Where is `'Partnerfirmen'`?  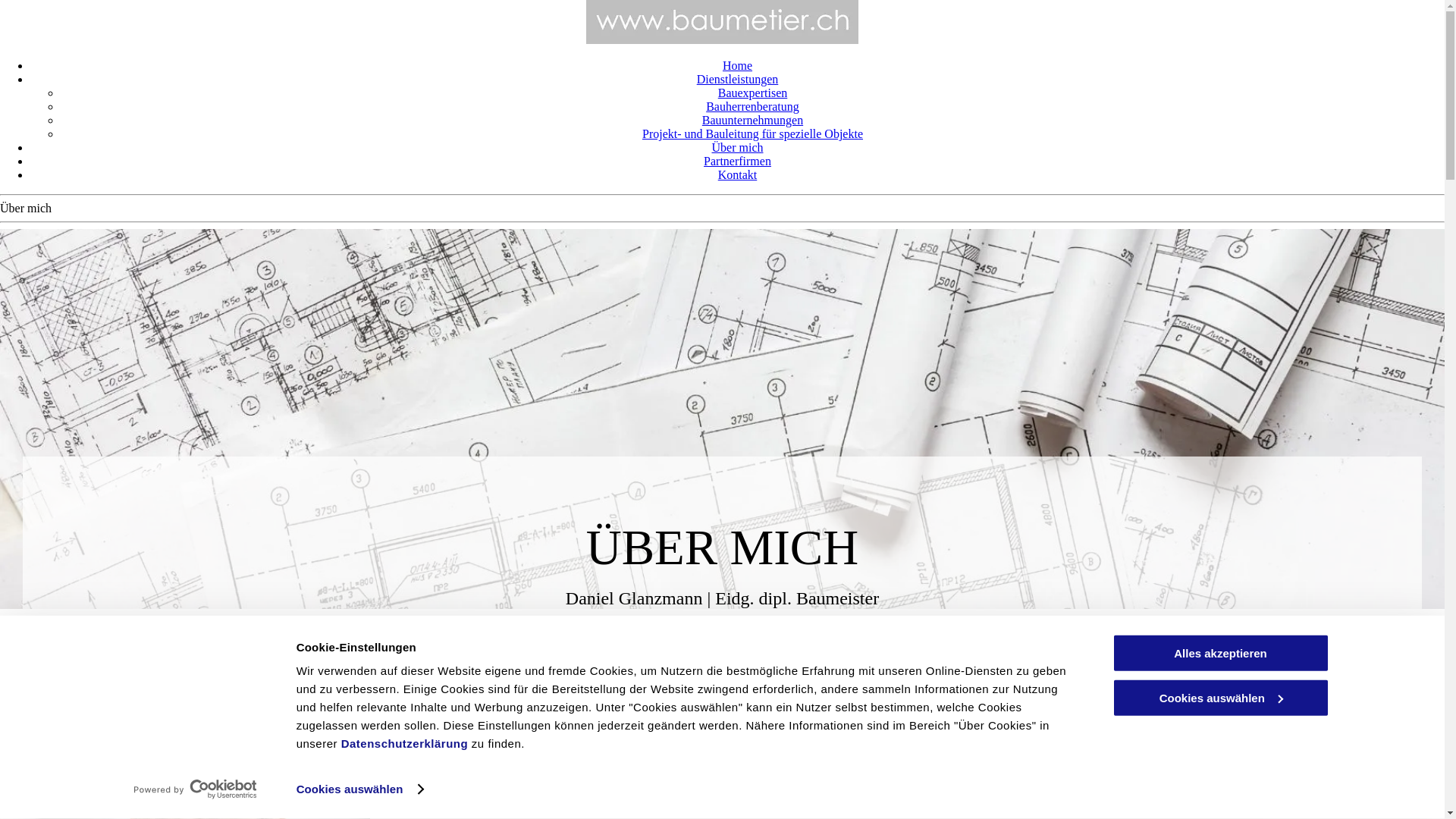
'Partnerfirmen' is located at coordinates (737, 161).